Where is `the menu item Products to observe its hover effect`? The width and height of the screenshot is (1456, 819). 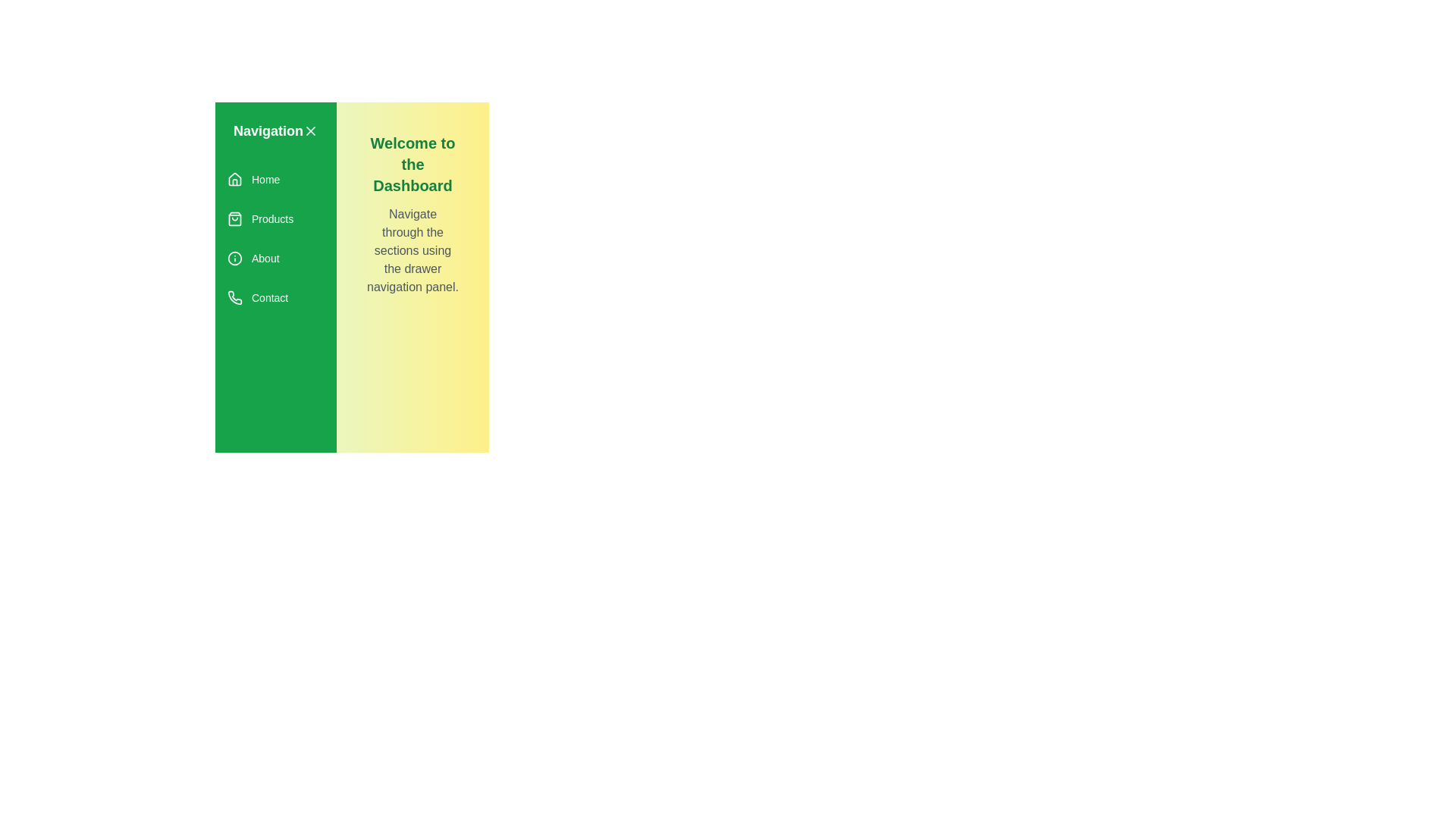
the menu item Products to observe its hover effect is located at coordinates (276, 219).